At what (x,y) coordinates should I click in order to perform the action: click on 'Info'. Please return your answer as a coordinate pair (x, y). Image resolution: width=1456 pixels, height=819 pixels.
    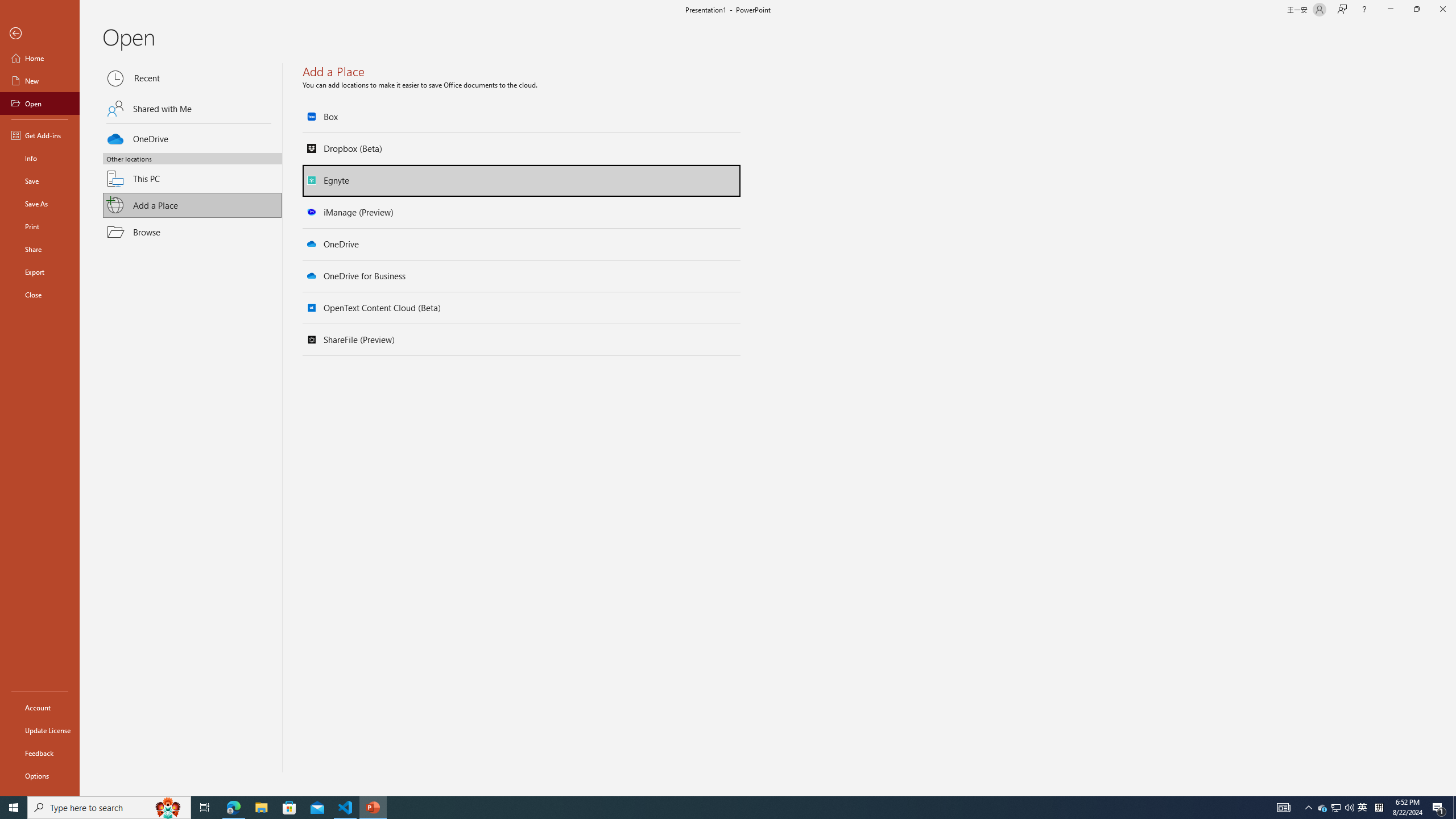
    Looking at the image, I should click on (39, 157).